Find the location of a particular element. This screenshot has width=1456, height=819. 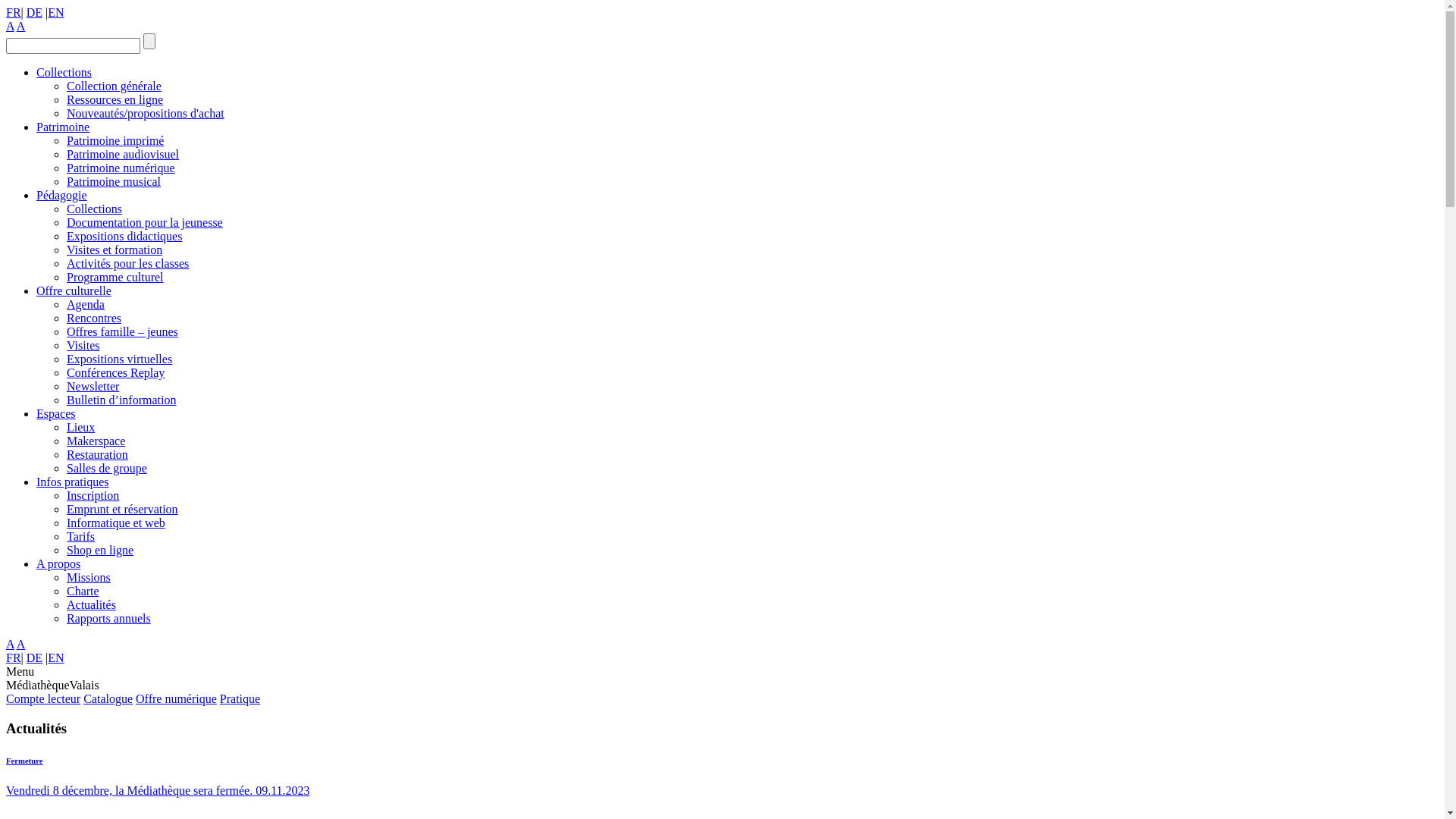

'Infos pratiques' is located at coordinates (72, 482).